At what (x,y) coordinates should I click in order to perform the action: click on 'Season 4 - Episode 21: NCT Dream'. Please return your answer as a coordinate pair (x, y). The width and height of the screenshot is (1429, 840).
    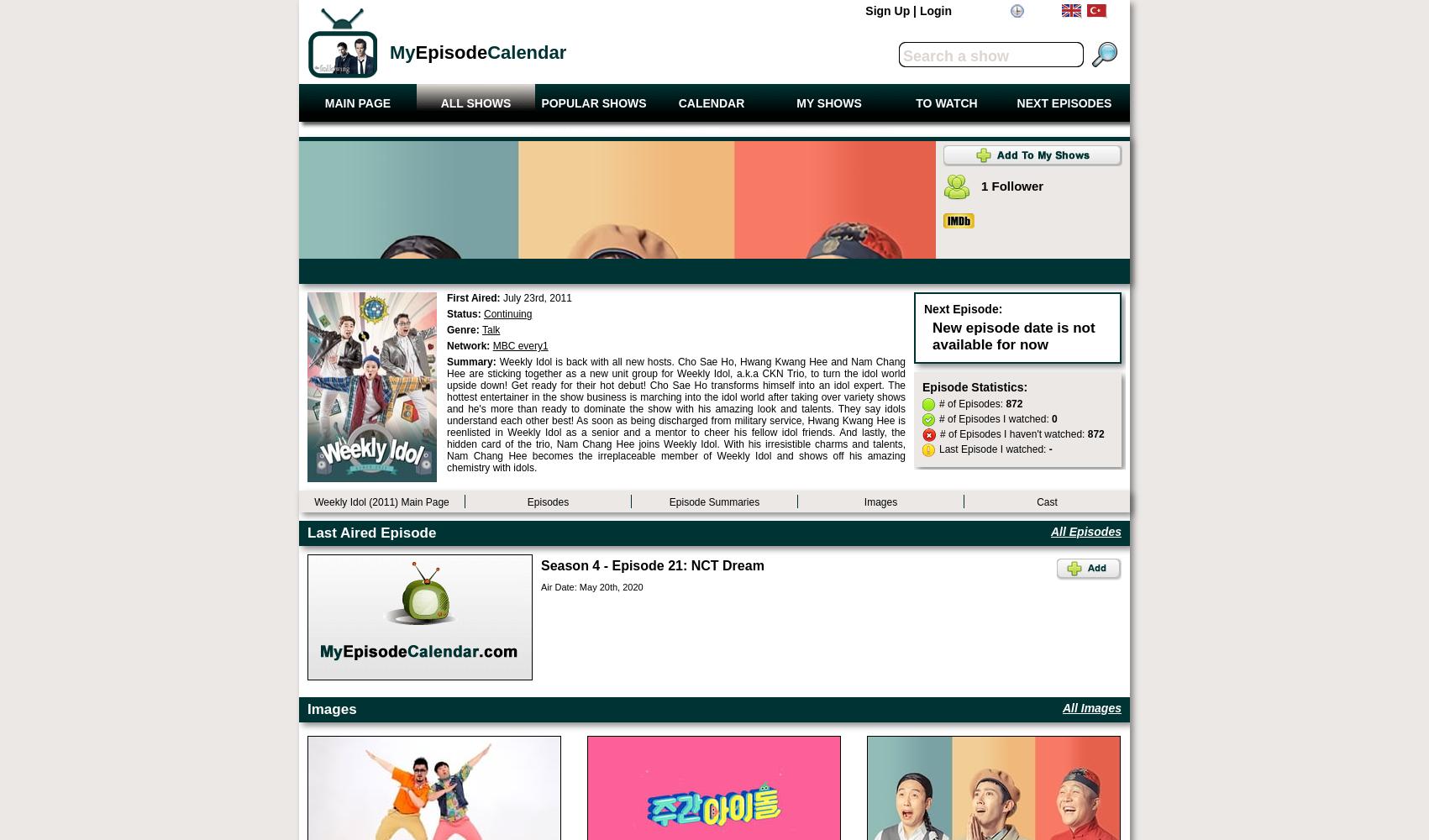
    Looking at the image, I should click on (652, 565).